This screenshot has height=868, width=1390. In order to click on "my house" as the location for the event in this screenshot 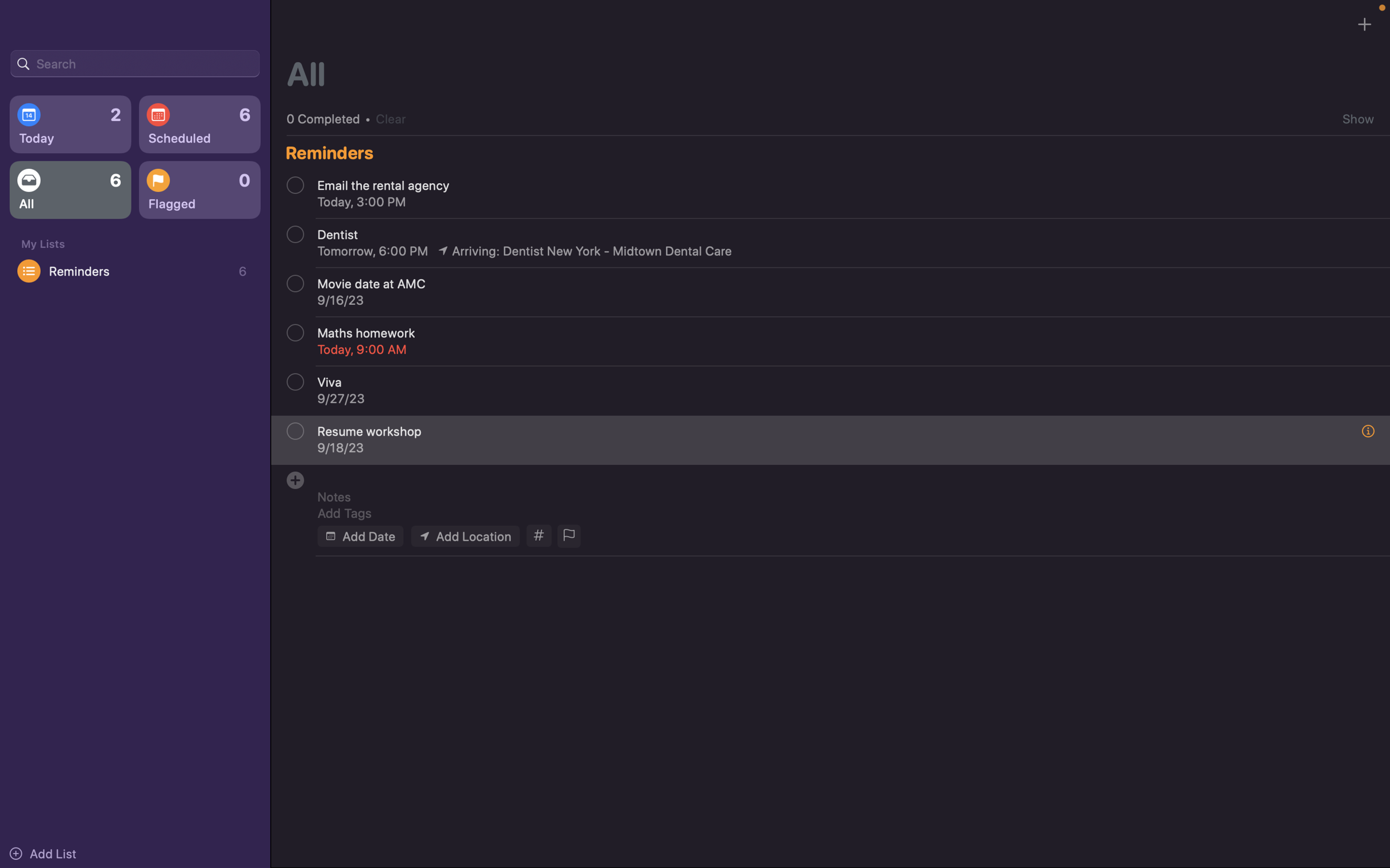, I will do `click(464, 535)`.